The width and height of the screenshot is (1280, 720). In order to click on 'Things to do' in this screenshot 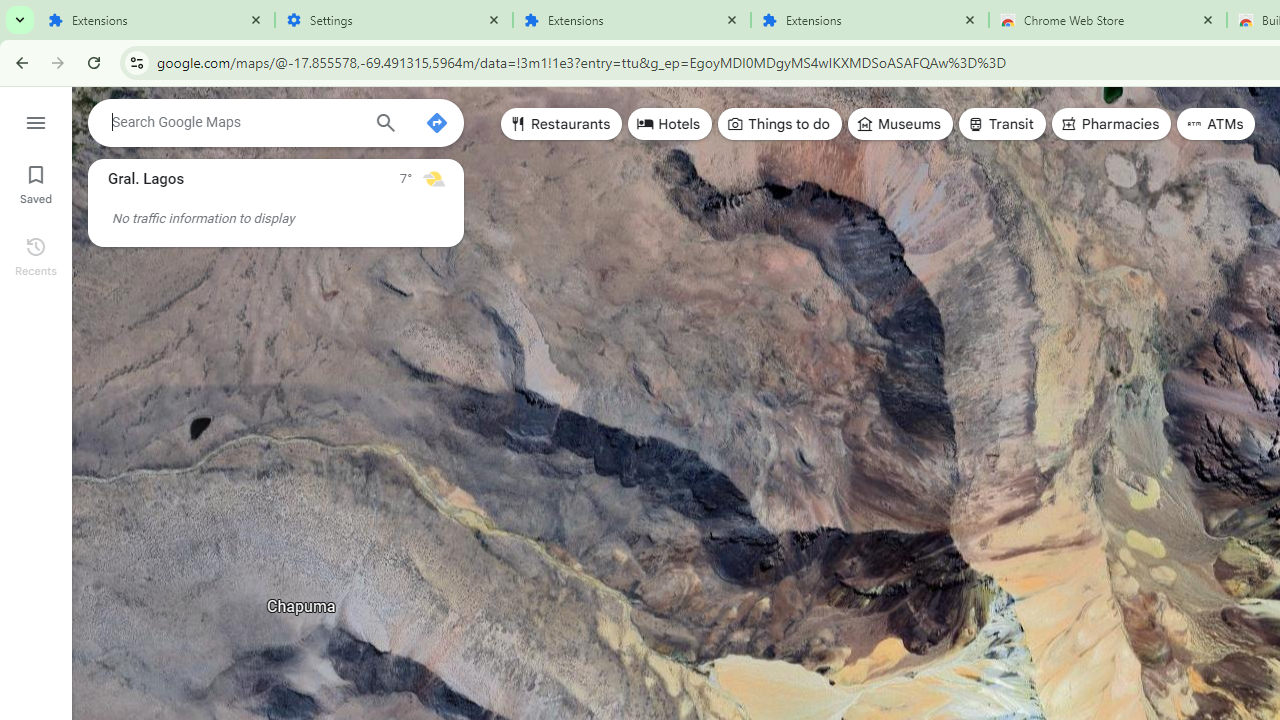, I will do `click(779, 124)`.